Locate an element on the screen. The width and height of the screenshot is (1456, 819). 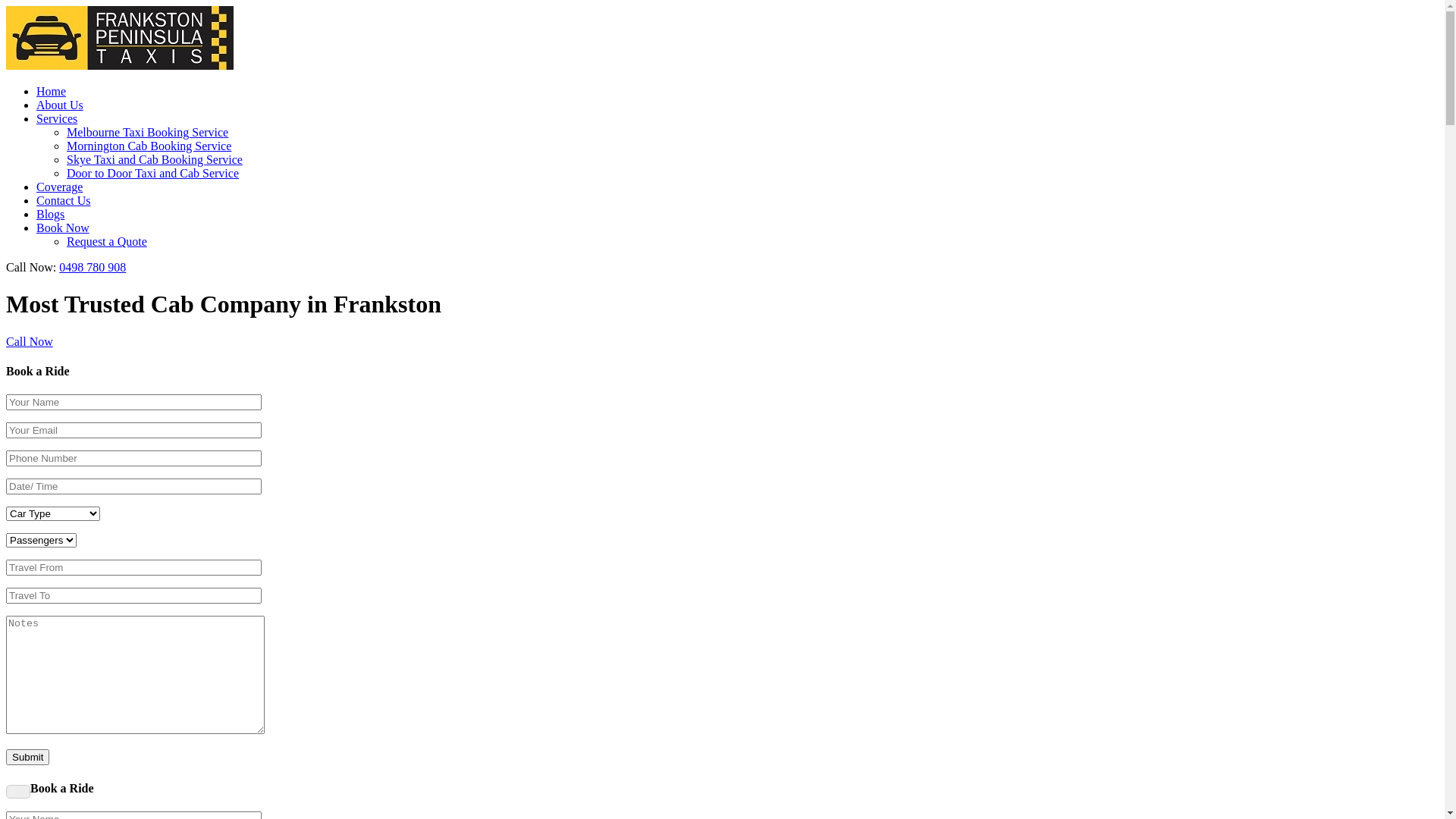
'Home' is located at coordinates (51, 91).